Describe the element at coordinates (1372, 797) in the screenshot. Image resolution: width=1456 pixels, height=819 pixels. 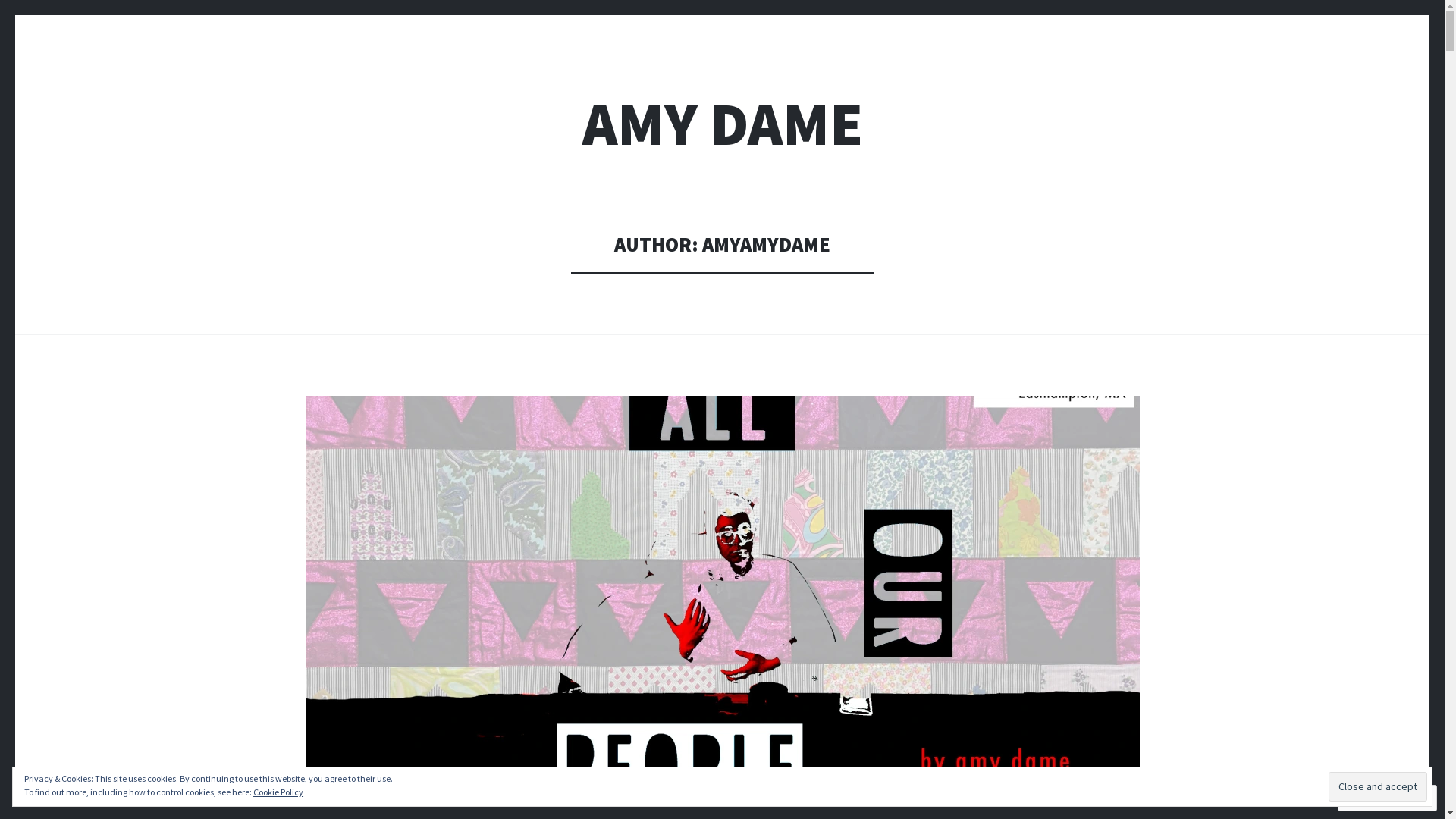
I see `'Follow'` at that location.